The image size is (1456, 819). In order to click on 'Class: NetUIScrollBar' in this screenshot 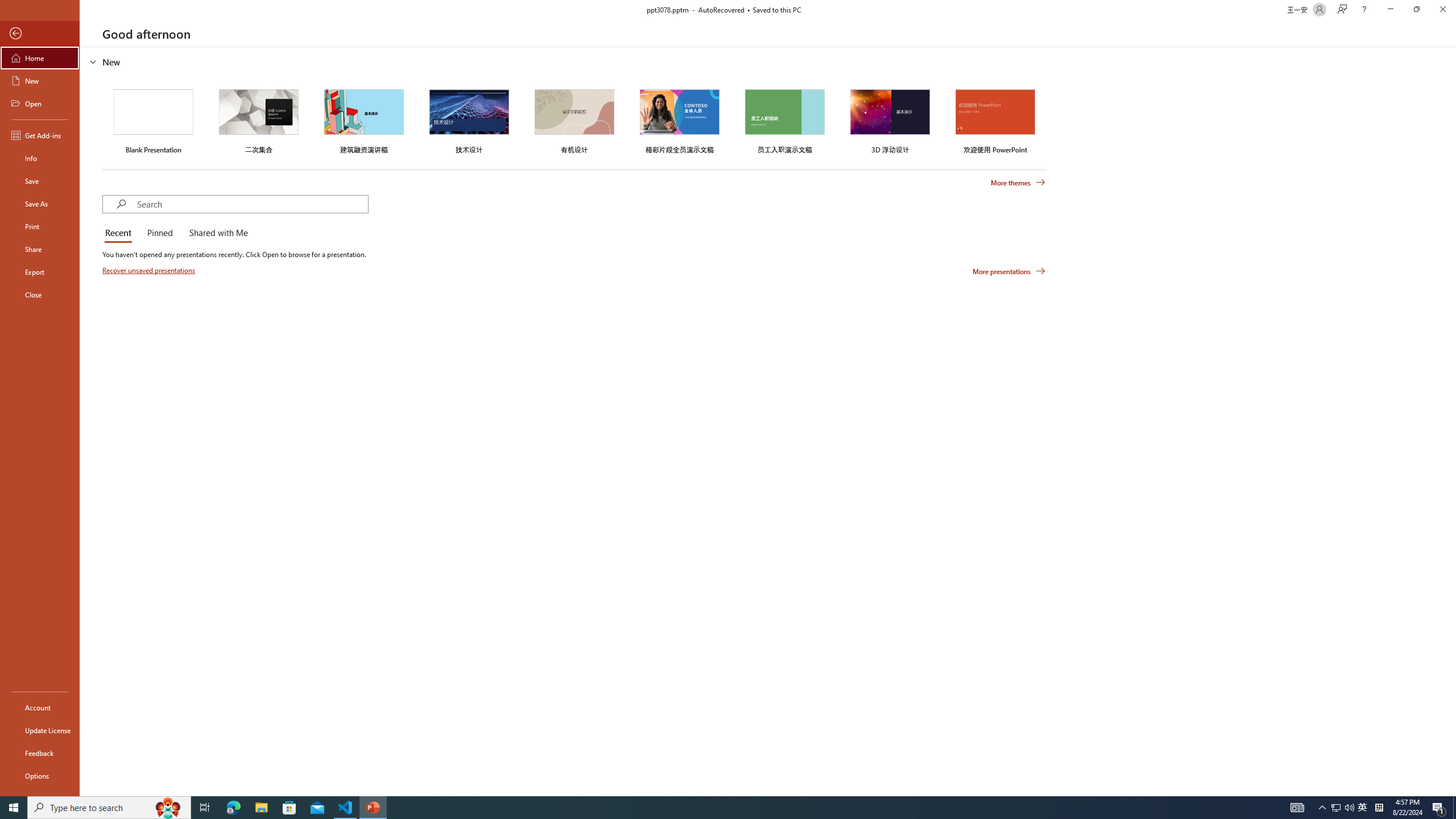, I will do `click(1451, 421)`.